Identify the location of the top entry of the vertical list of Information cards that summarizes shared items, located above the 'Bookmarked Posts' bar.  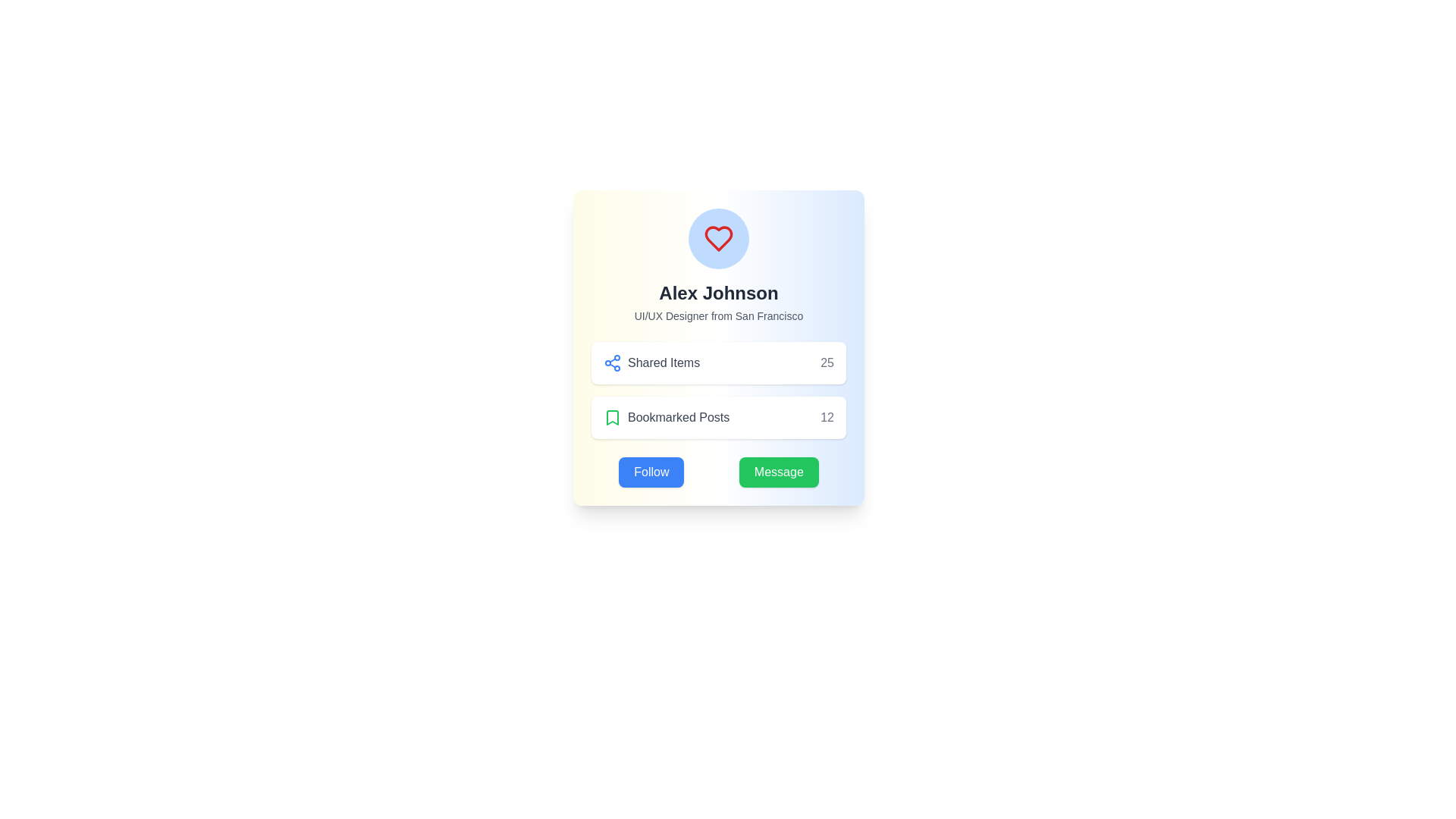
(718, 362).